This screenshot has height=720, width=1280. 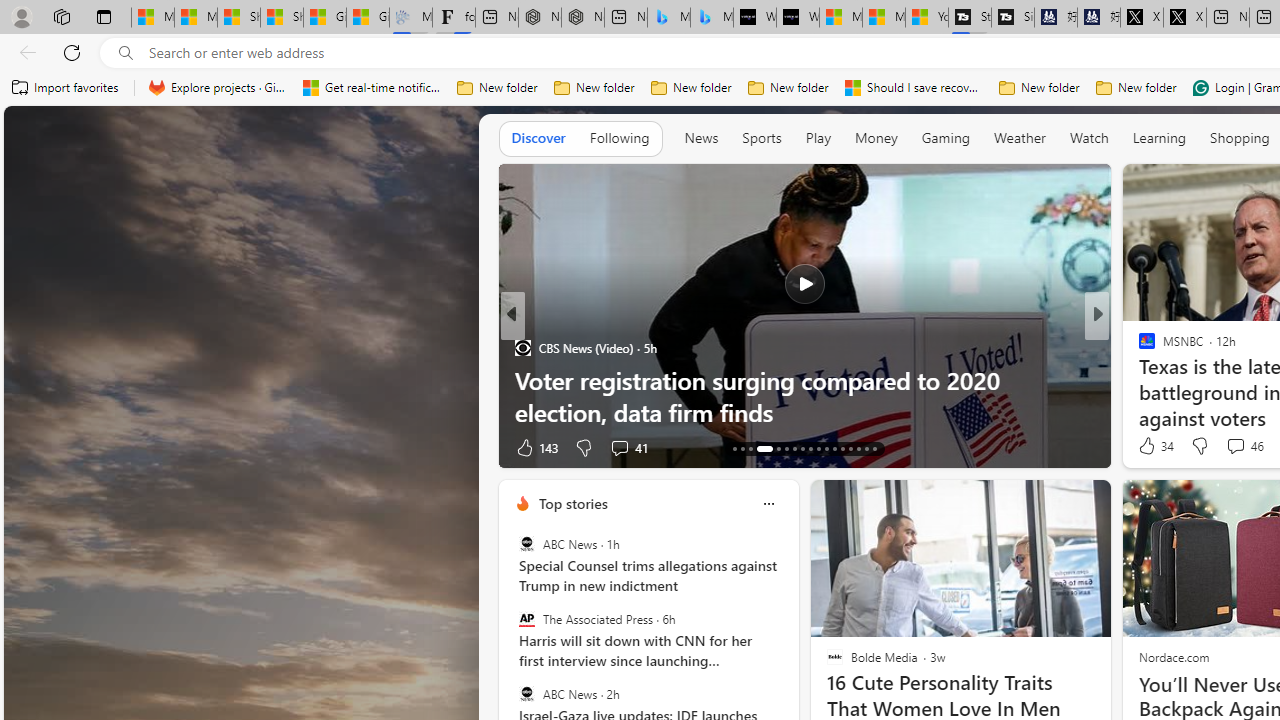 I want to click on 'Washington Examiner', so click(x=1138, y=346).